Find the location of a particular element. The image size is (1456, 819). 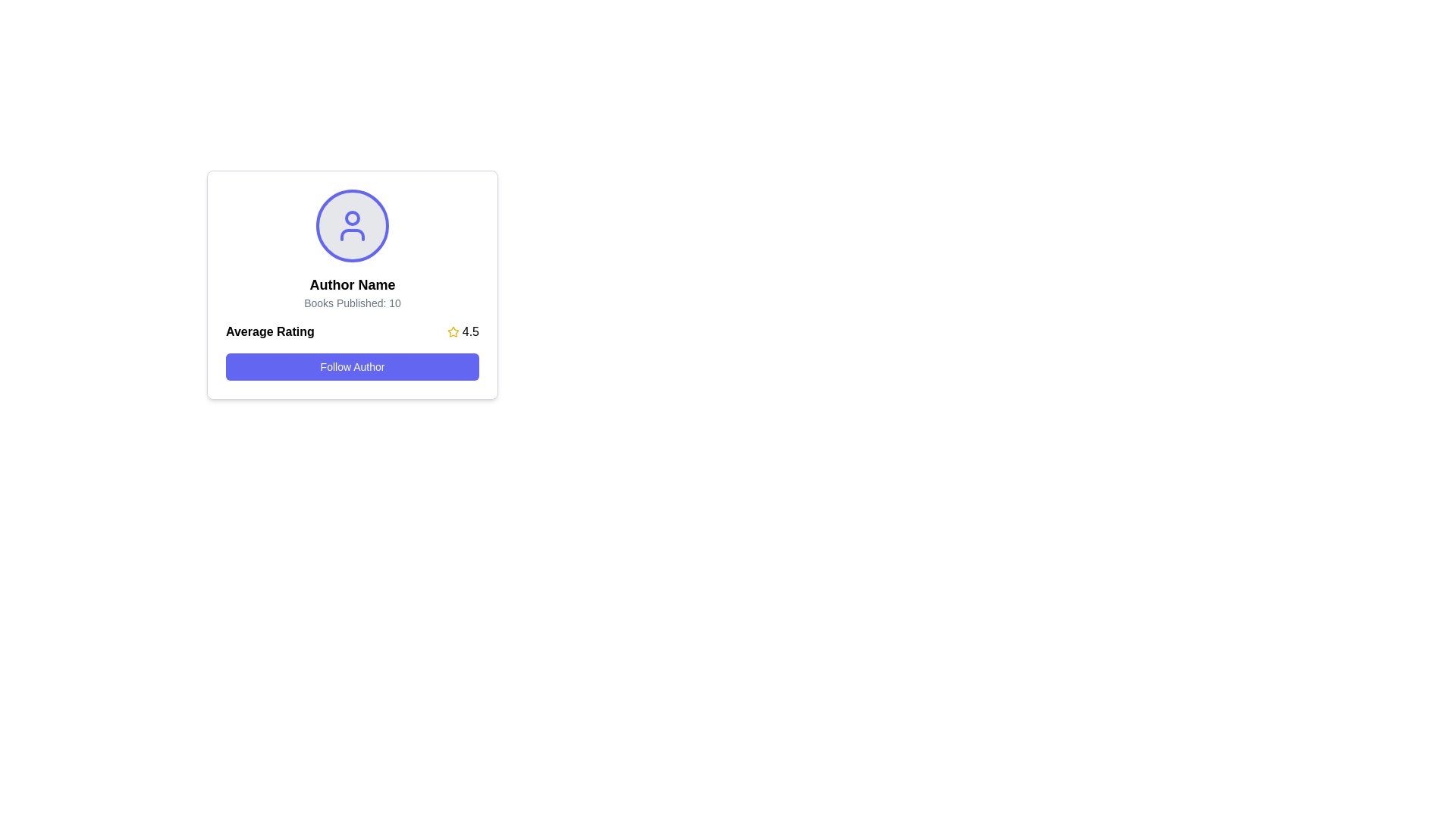

the text element displaying the value '4.5', which is styled in black and positioned adjacent to a yellow star icon, indicating a numerical rating is located at coordinates (469, 331).